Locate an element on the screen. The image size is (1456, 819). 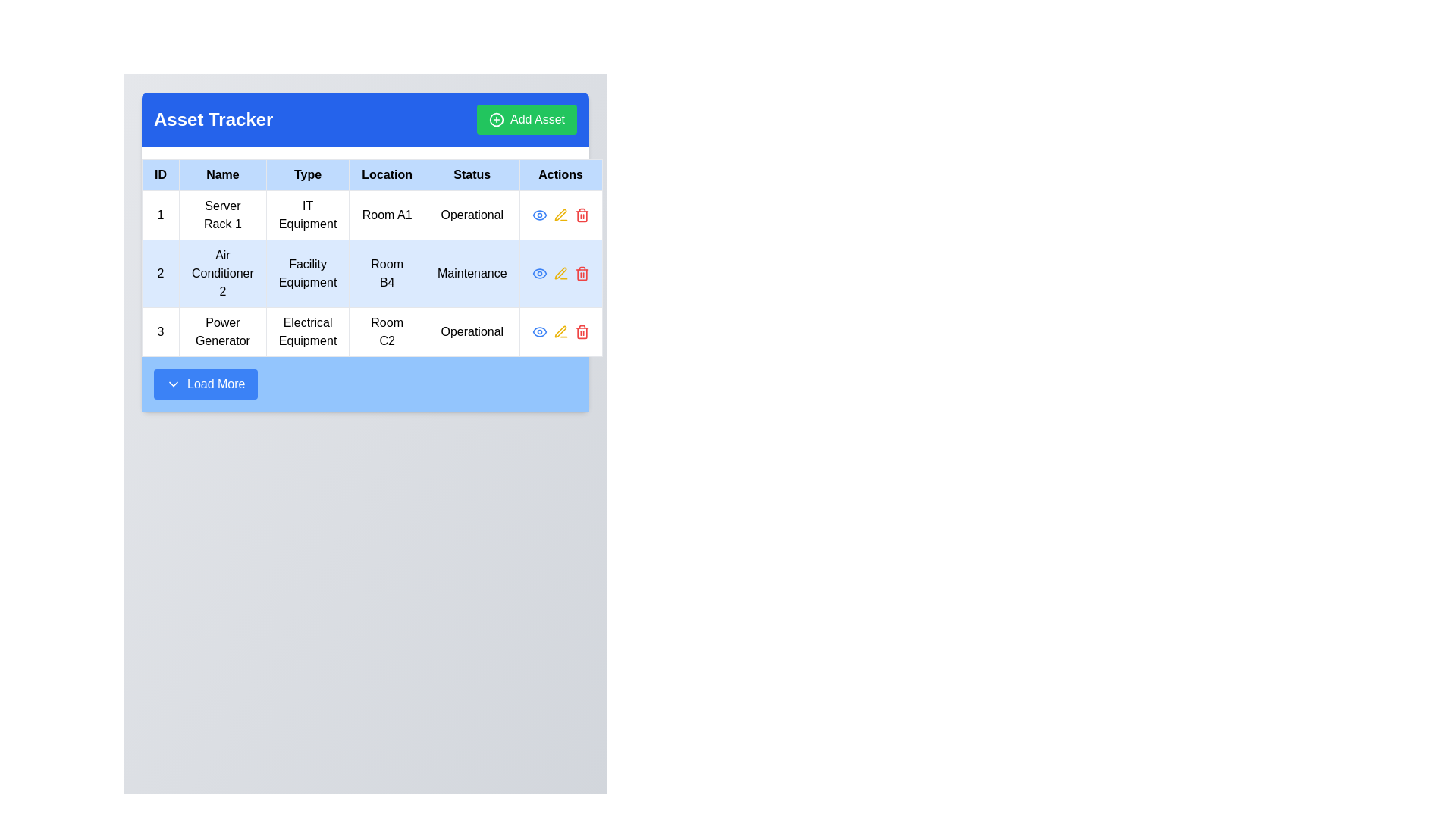
the eye icon button in the 'Actions' column of the second row is located at coordinates (539, 274).